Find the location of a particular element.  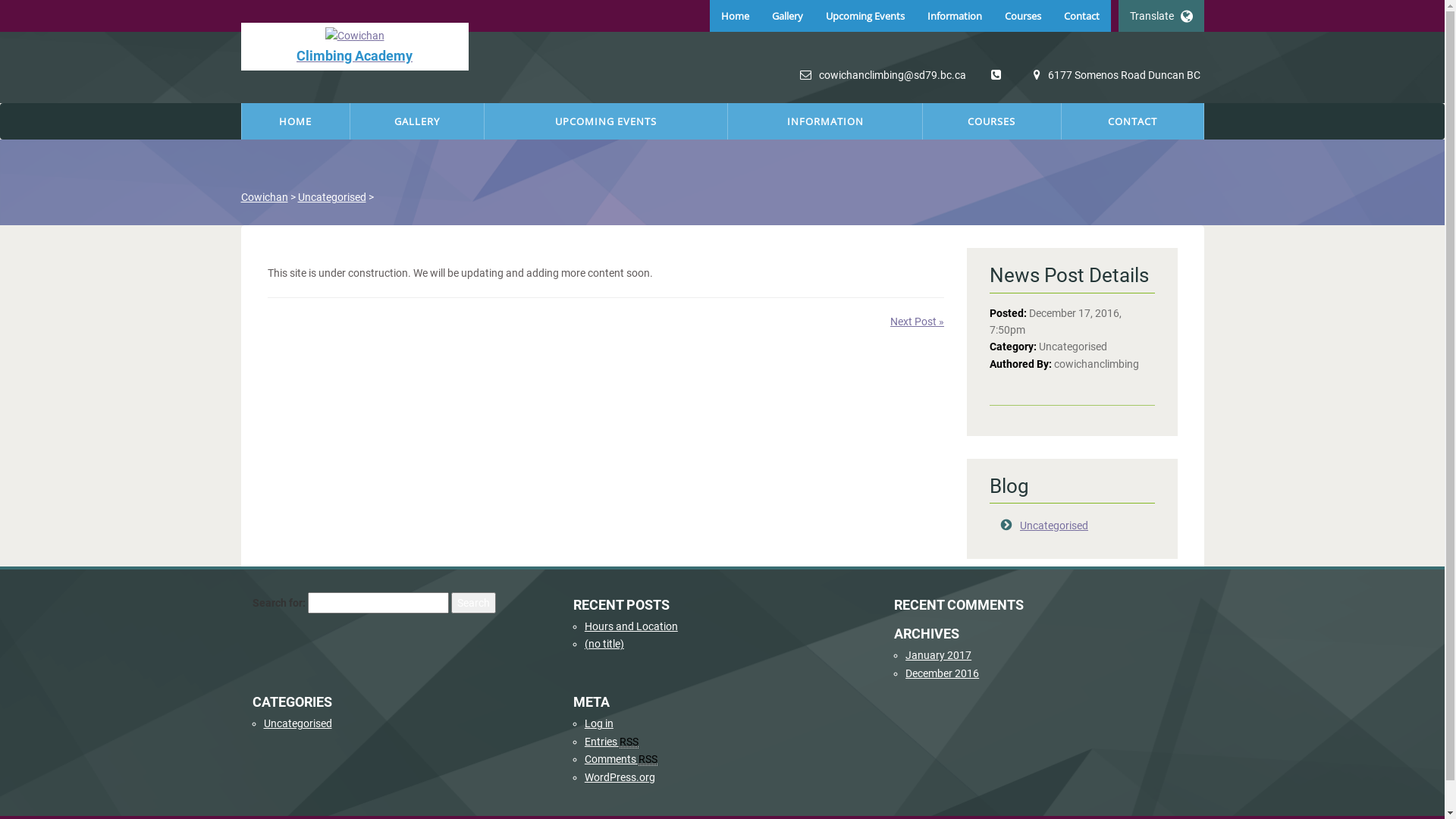

'Cowichan' is located at coordinates (265, 196).